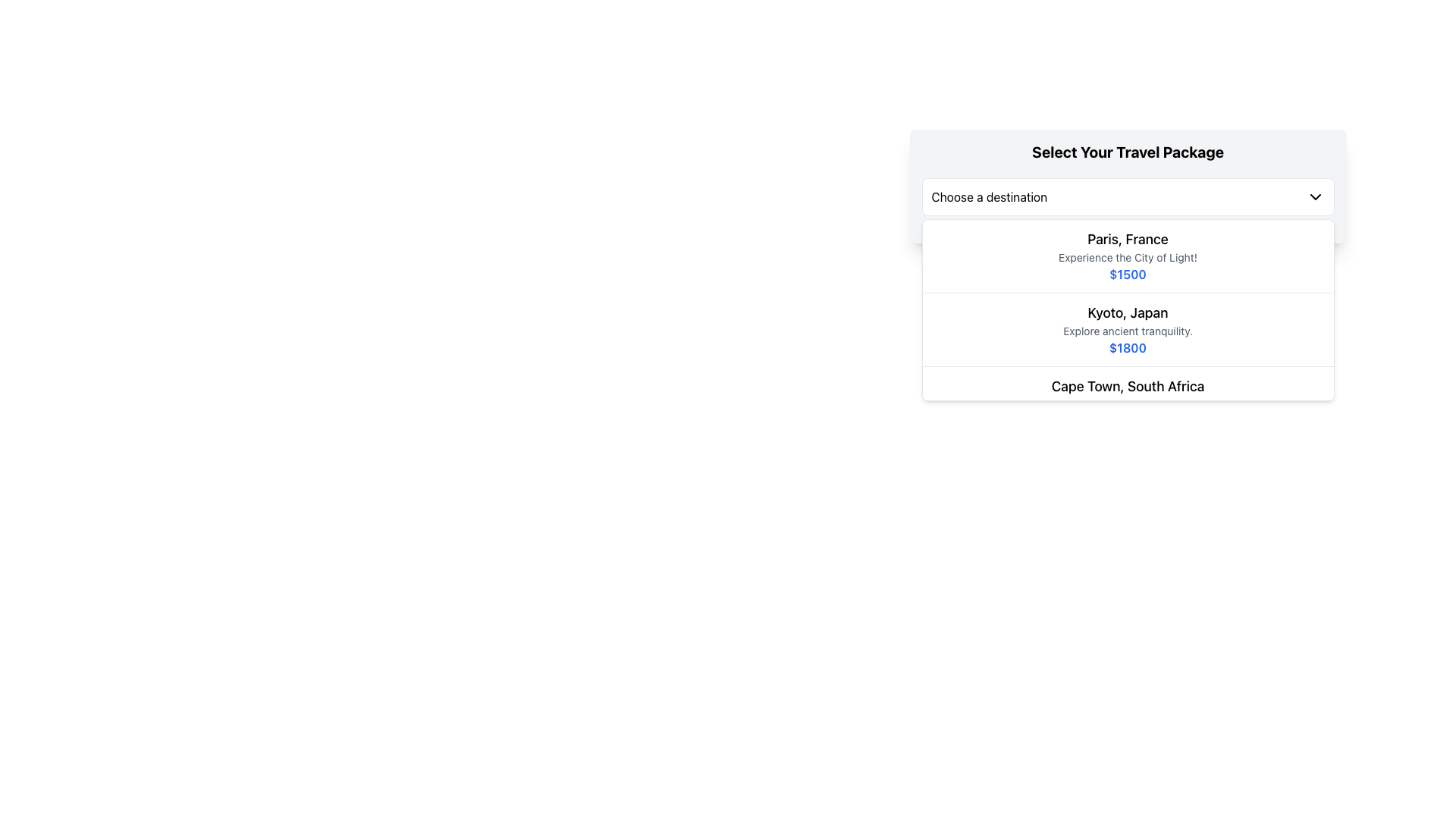 Image resolution: width=1456 pixels, height=819 pixels. I want to click on the descriptive text label providing information about the destination 'Kyoto, Japan', which is positioned below the destination name and above the price information, so click(1128, 330).